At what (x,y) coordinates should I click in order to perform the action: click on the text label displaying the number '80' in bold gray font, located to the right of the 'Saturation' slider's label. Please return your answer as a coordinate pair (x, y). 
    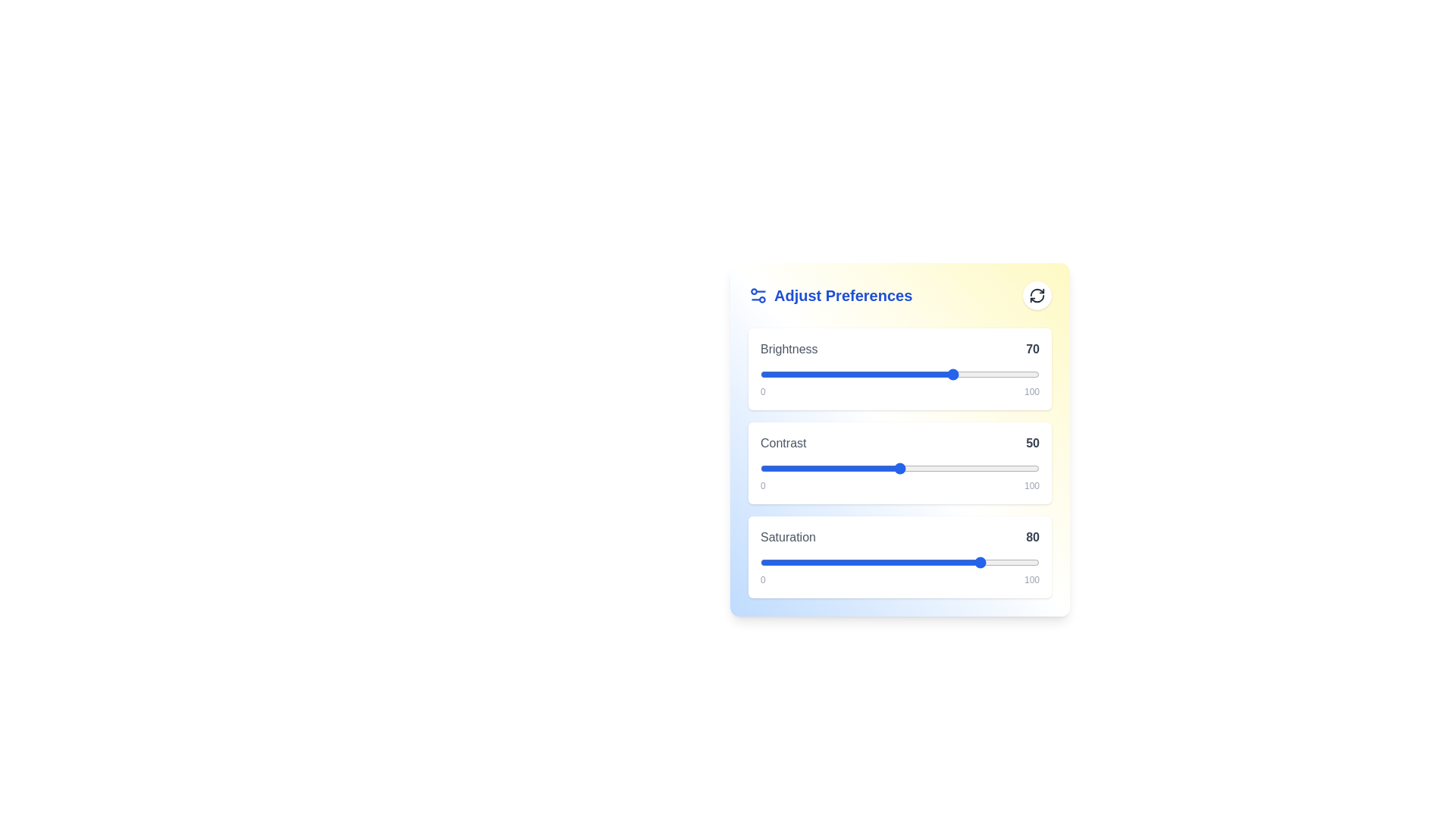
    Looking at the image, I should click on (1032, 537).